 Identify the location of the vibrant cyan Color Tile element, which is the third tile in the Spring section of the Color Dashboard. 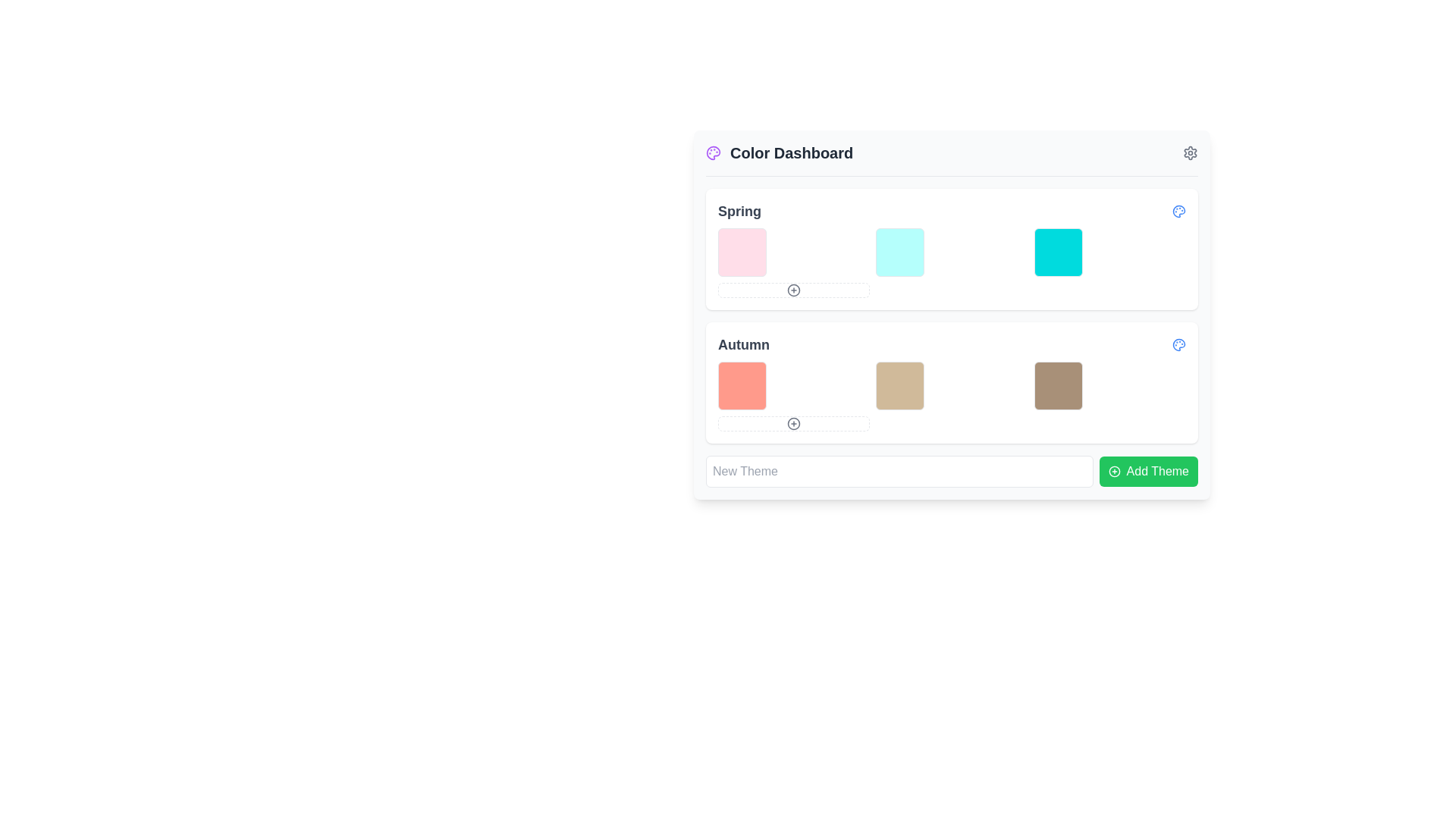
(1057, 251).